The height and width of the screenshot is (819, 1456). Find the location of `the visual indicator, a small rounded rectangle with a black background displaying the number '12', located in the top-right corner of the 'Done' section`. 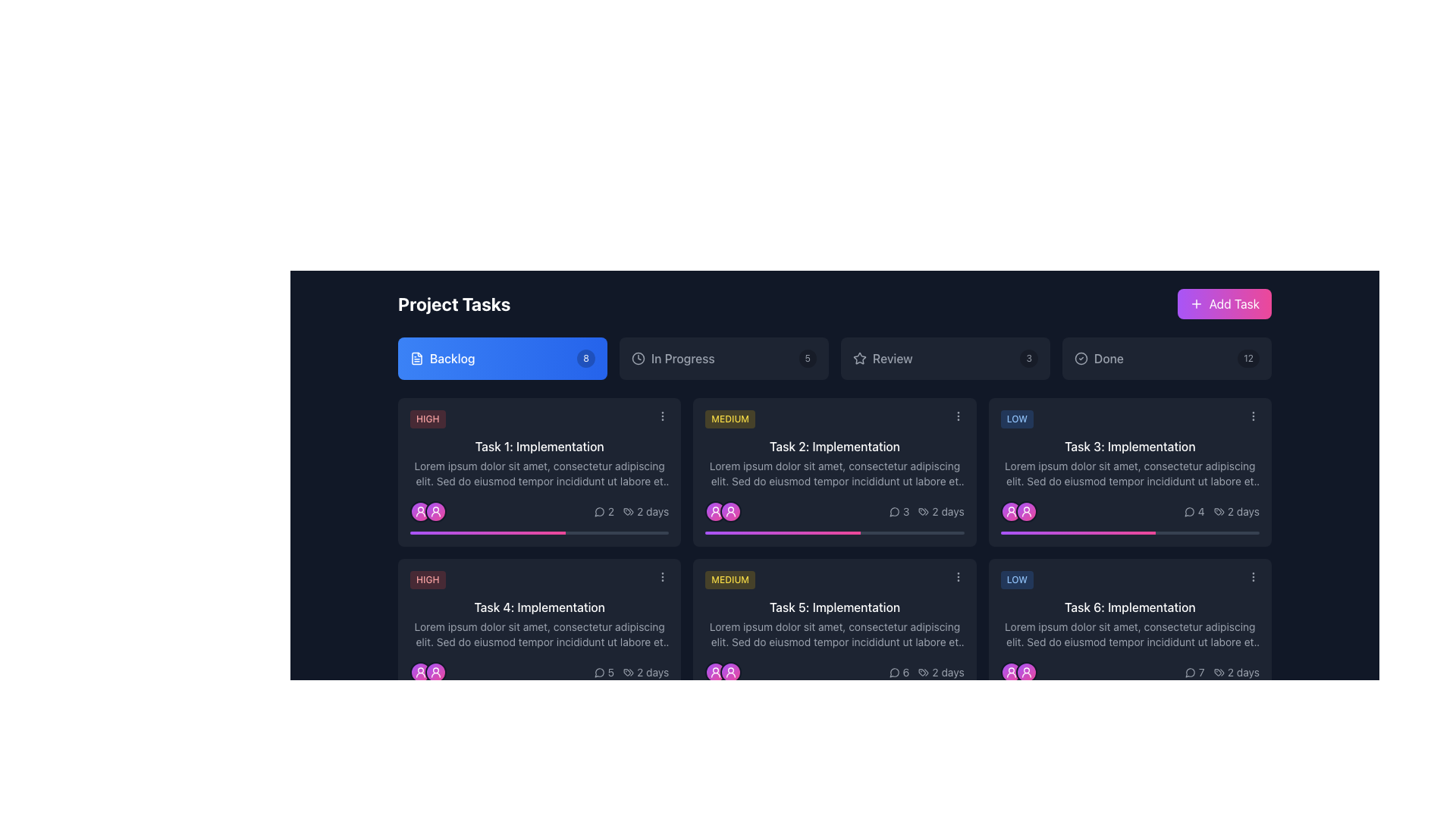

the visual indicator, a small rounded rectangle with a black background displaying the number '12', located in the top-right corner of the 'Done' section is located at coordinates (1248, 359).